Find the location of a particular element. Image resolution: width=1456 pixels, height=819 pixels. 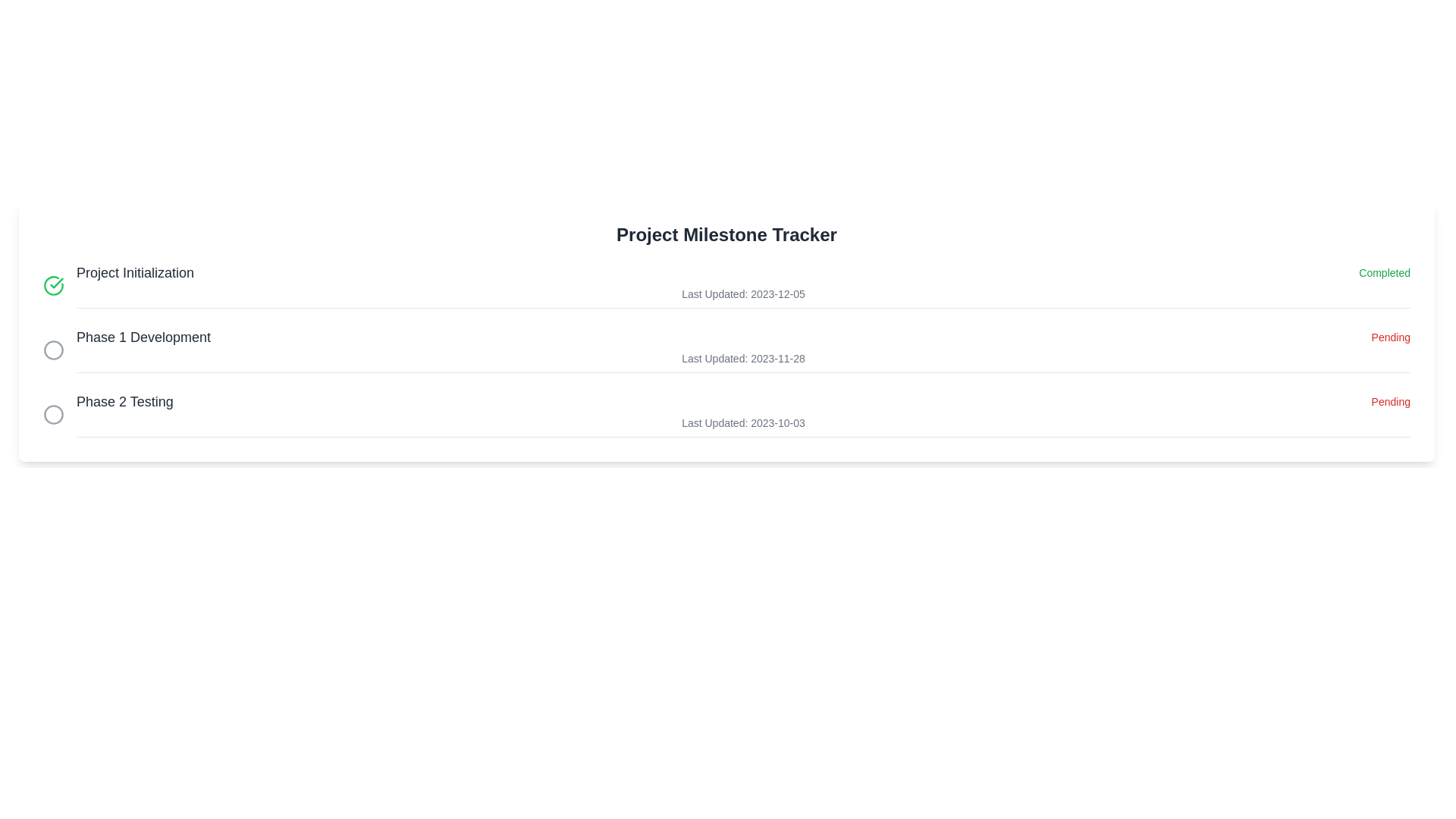

the icon indicating the completion status of the first milestone, 'Project Initialization', which is located beside the milestone label in the vertical list is located at coordinates (54, 285).